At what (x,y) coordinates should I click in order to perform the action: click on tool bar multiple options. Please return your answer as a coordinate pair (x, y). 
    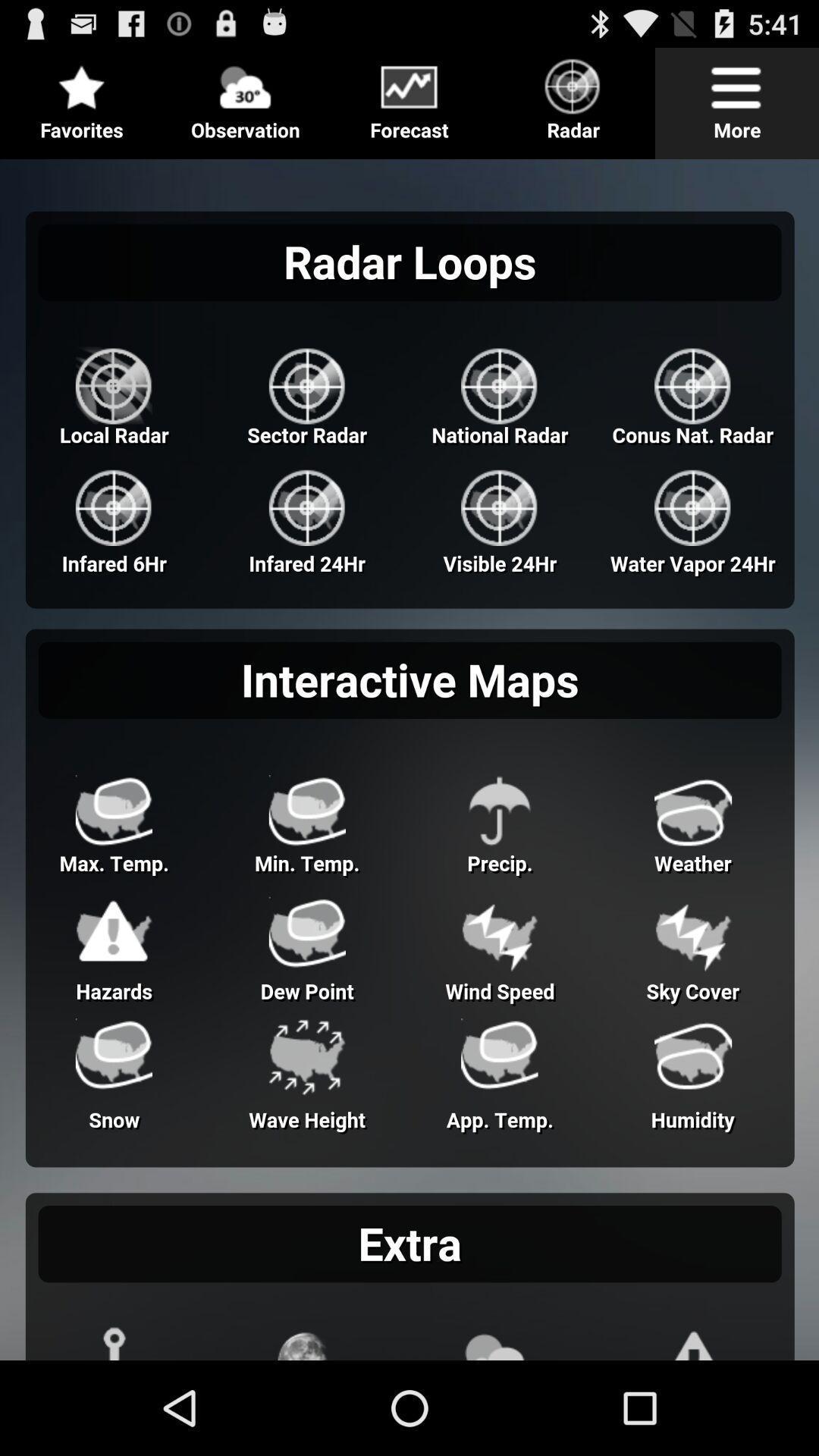
    Looking at the image, I should click on (409, 96).